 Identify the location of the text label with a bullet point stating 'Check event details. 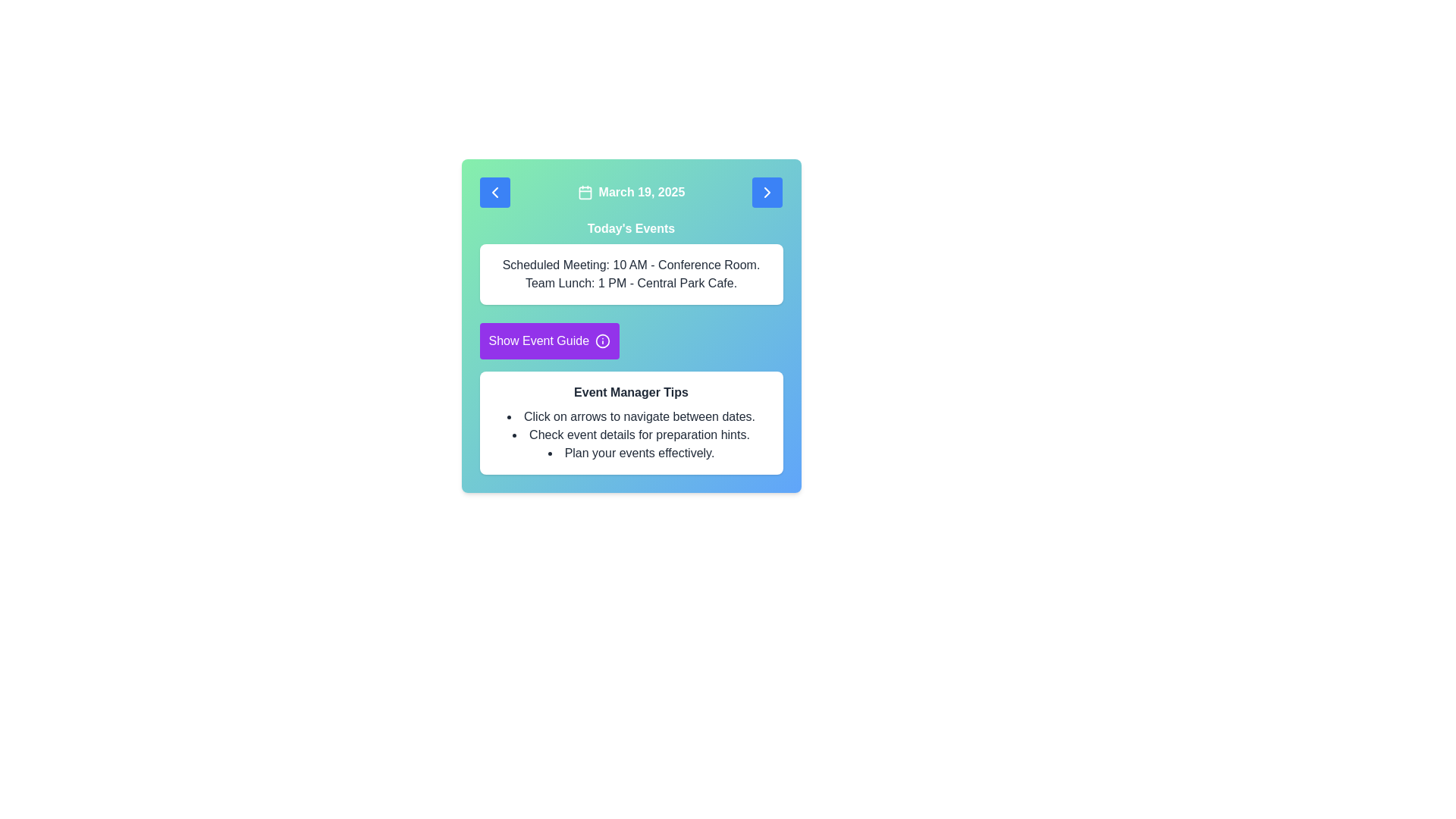
(631, 435).